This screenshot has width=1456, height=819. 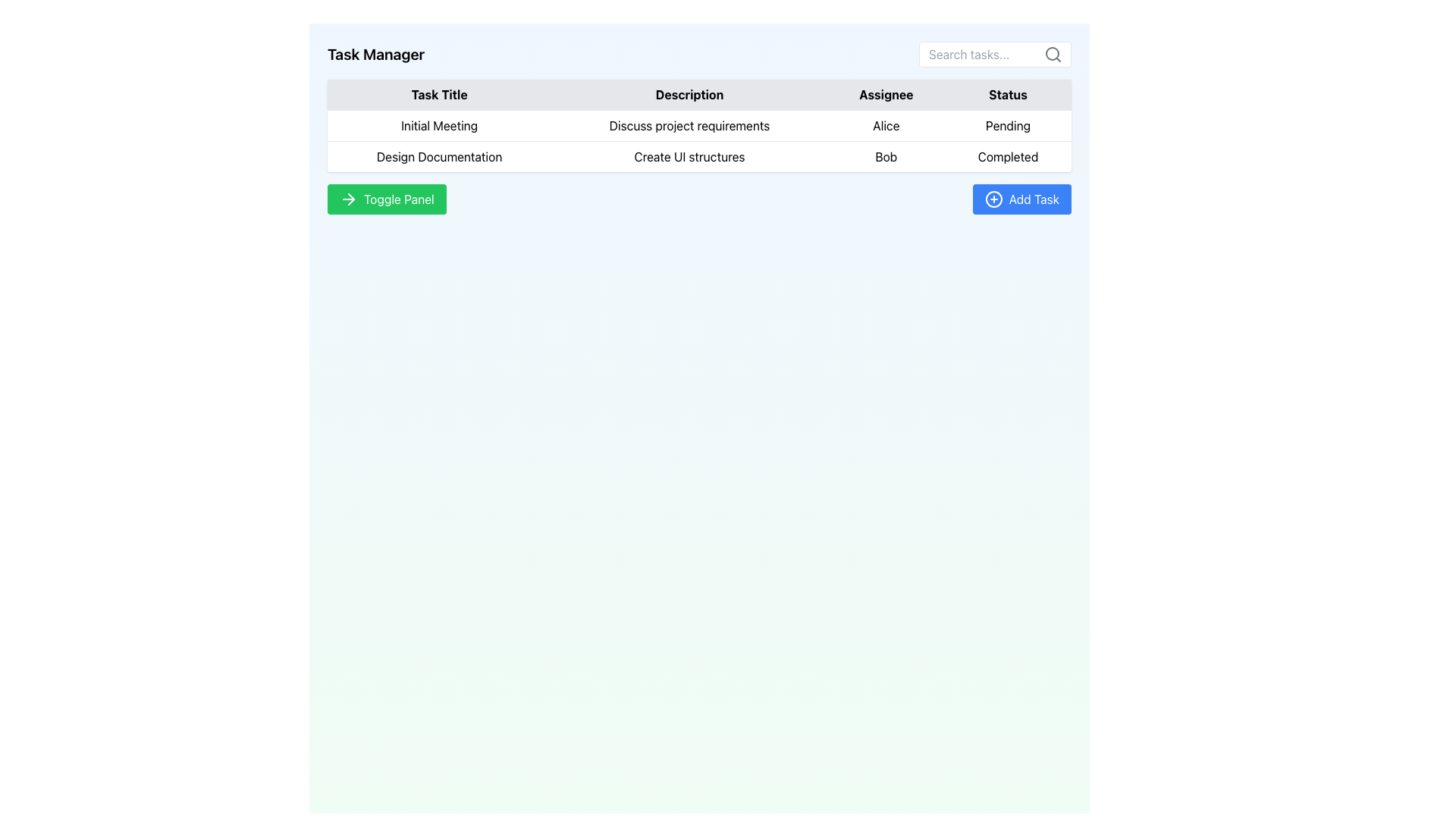 What do you see at coordinates (689, 95) in the screenshot?
I see `the text label that contains the word 'Description', styled with a light gray background and black bold text, positioned as the second column header in a table, between 'Task Title' and 'Assignee'` at bounding box center [689, 95].